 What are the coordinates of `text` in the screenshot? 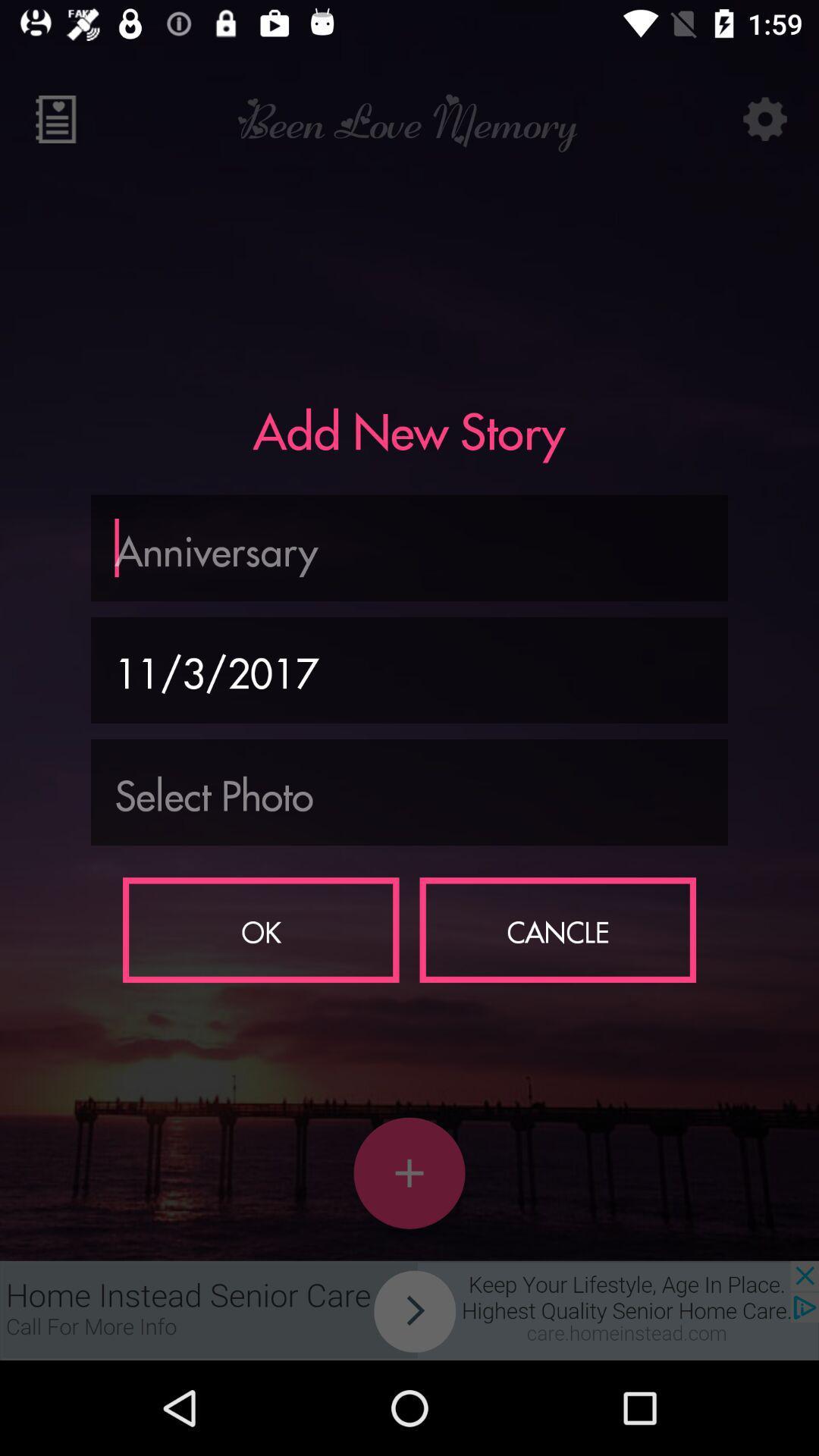 It's located at (409, 547).